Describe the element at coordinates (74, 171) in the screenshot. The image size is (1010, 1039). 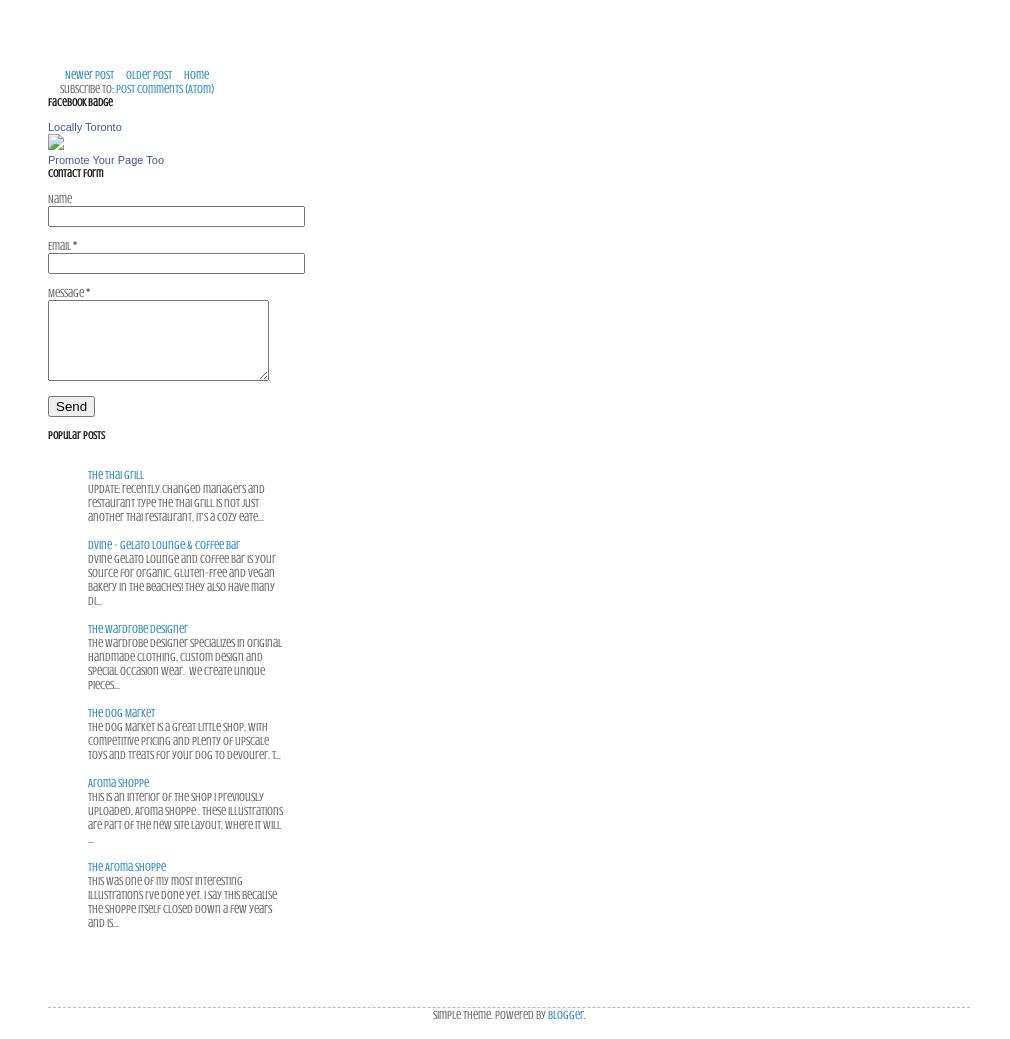
I see `'Contact Form'` at that location.